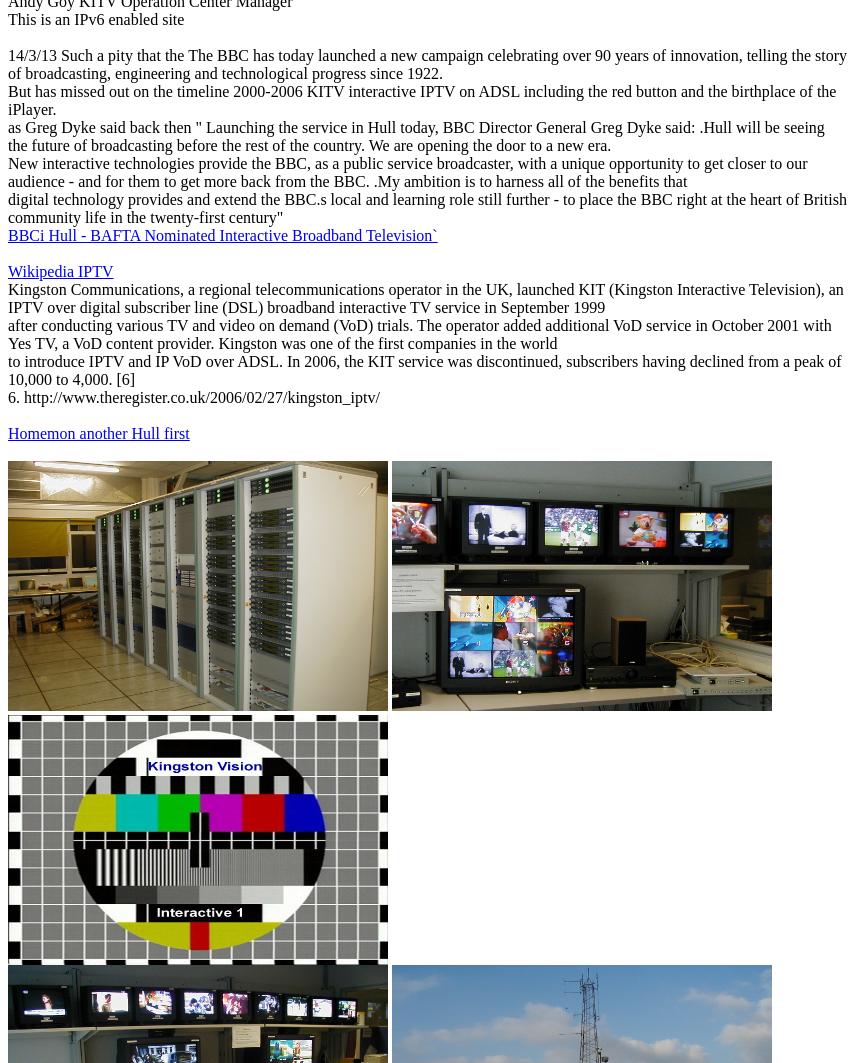 The image size is (856, 1063). Describe the element at coordinates (421, 99) in the screenshot. I see `'But has missed out on the timeline 2000-2006  KITV interactive IPTV on ADSL including the red button 
and the birthplace of the iPlayer.'` at that location.